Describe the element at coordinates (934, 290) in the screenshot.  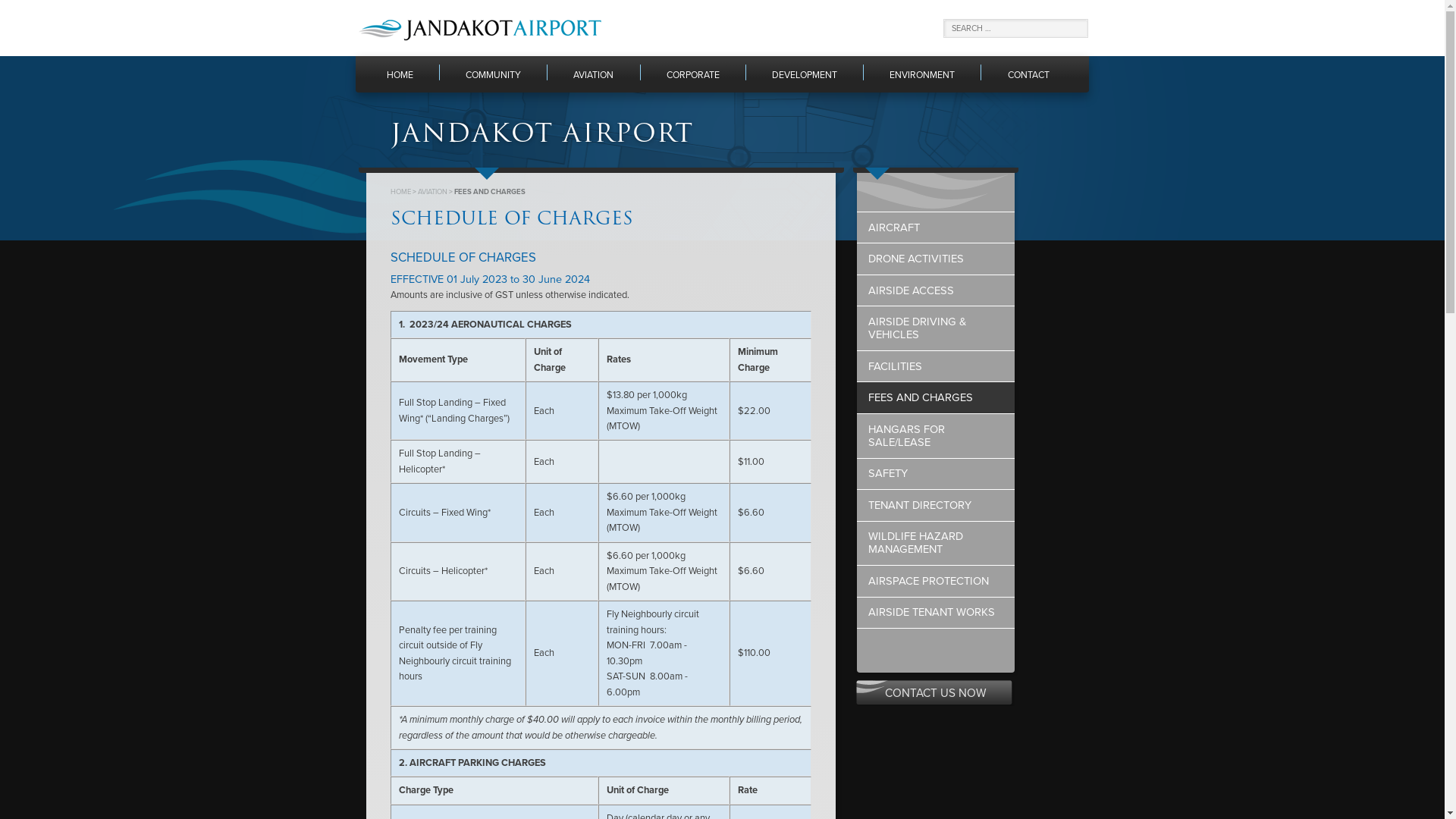
I see `'AIRSIDE ACCESS'` at that location.